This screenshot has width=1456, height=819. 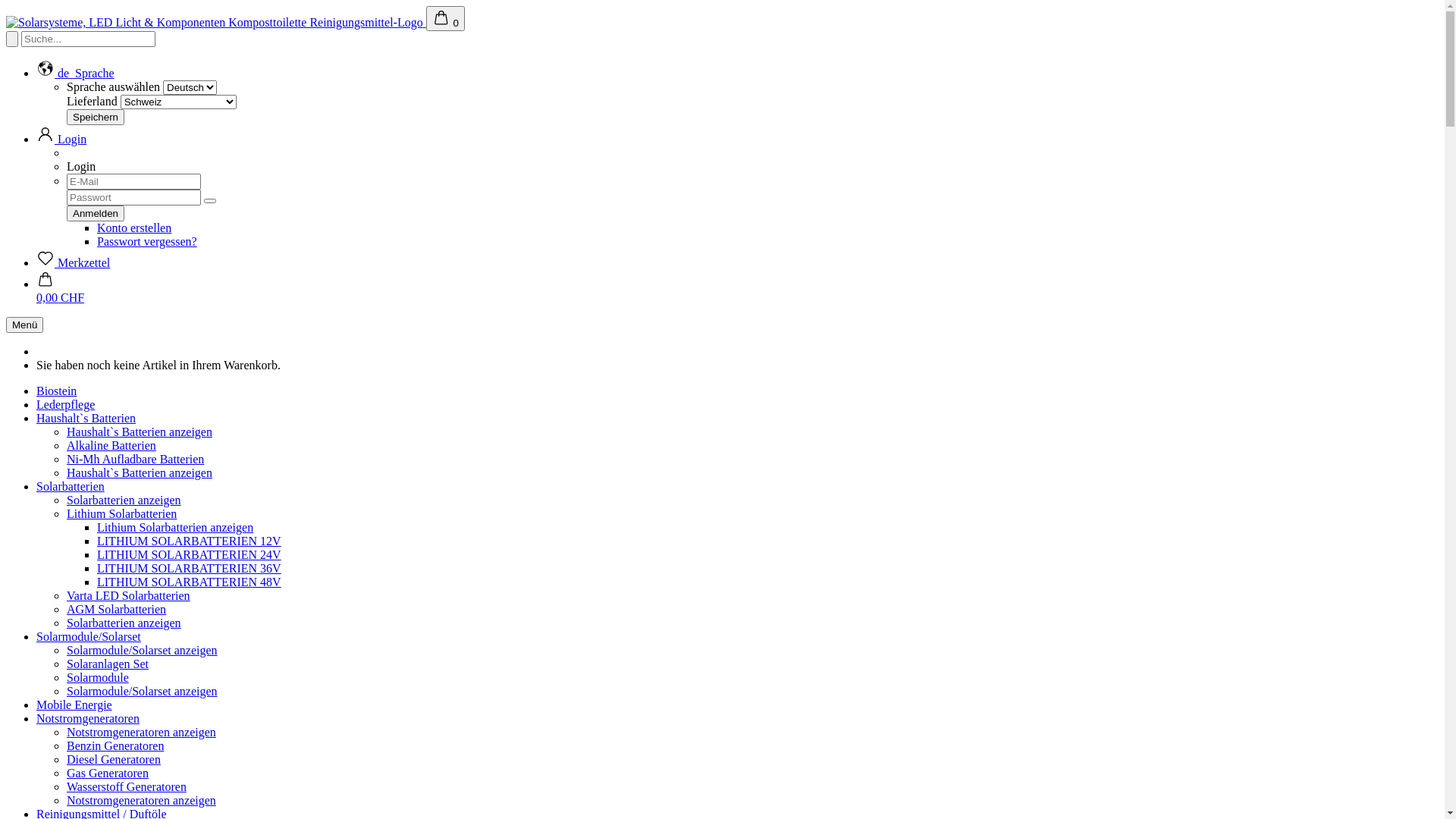 I want to click on 'AGM Solarbatterien', so click(x=115, y=608).